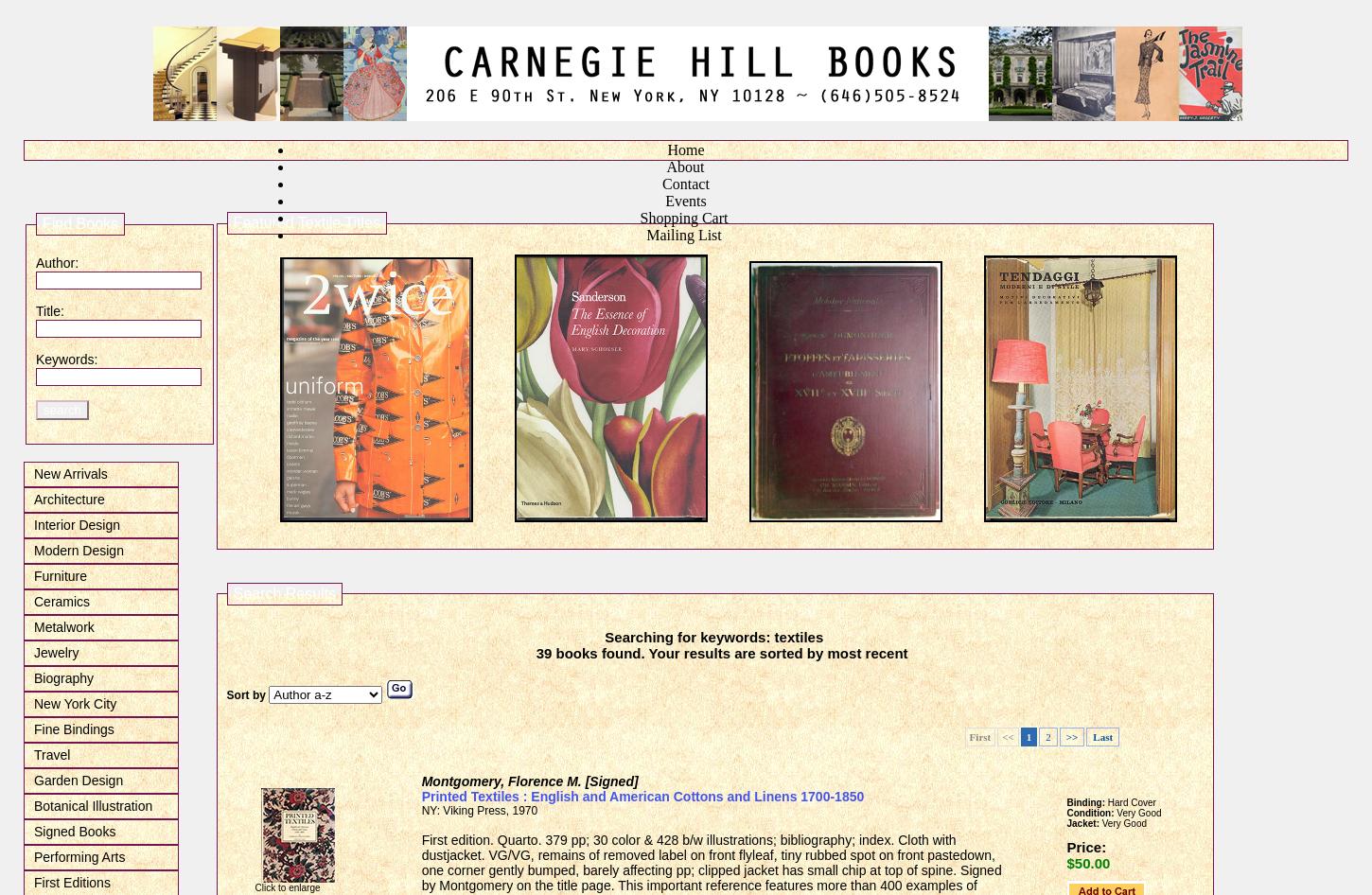 This screenshot has height=895, width=1372. What do you see at coordinates (1082, 822) in the screenshot?
I see `'Jacket:'` at bounding box center [1082, 822].